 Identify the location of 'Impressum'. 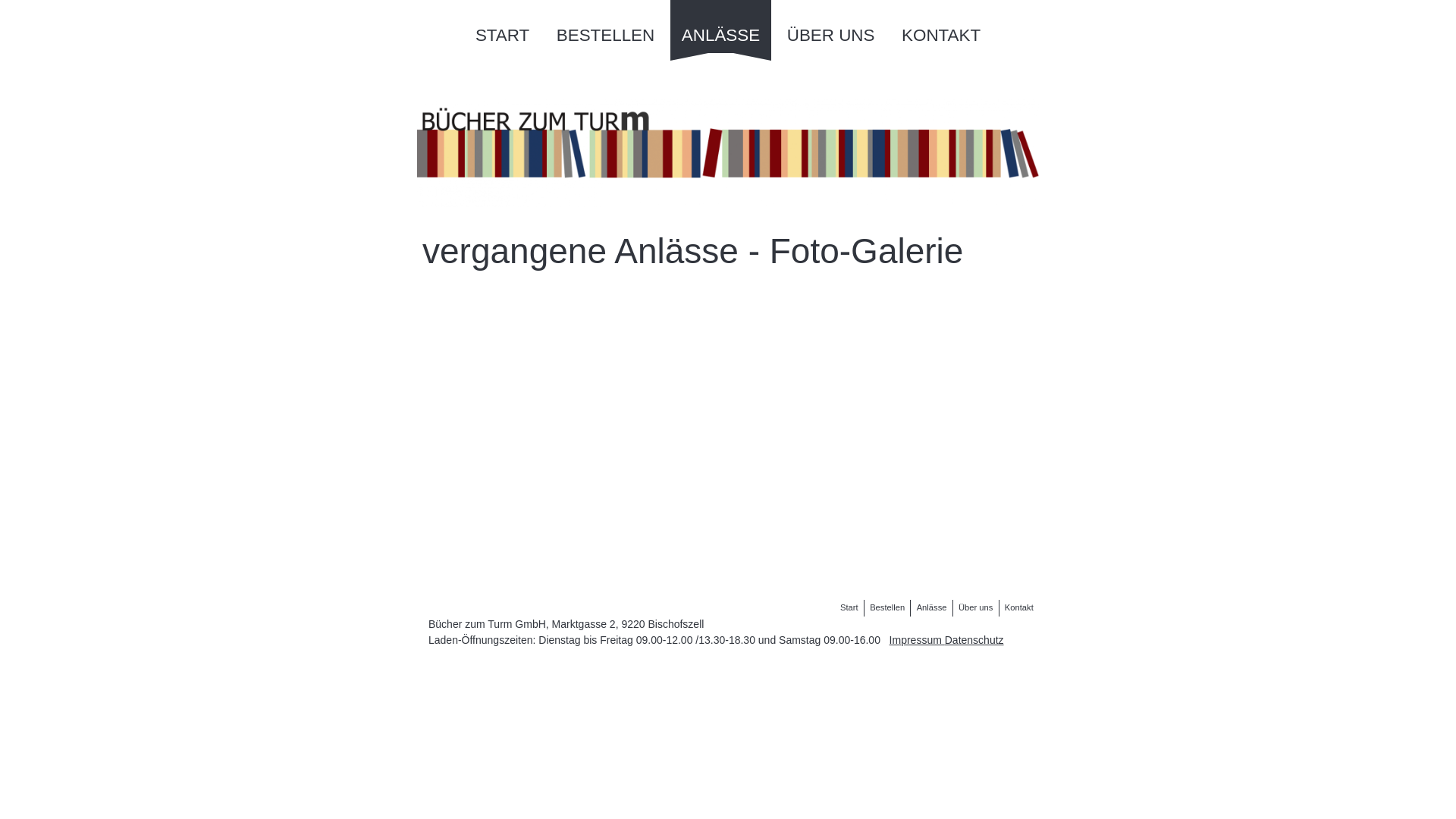
(916, 640).